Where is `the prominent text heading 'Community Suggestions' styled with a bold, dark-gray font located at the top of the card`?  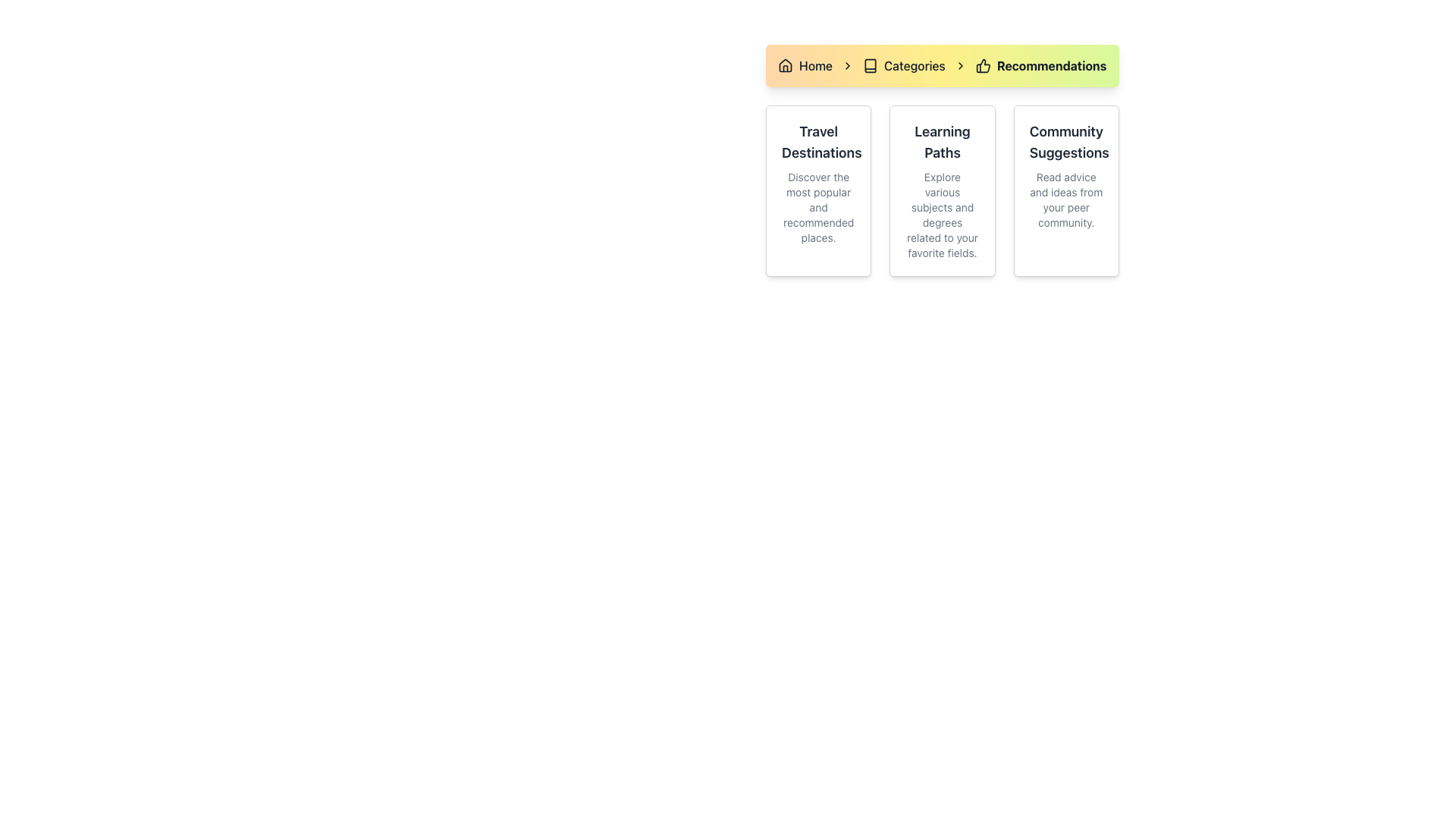
the prominent text heading 'Community Suggestions' styled with a bold, dark-gray font located at the top of the card is located at coordinates (1065, 143).